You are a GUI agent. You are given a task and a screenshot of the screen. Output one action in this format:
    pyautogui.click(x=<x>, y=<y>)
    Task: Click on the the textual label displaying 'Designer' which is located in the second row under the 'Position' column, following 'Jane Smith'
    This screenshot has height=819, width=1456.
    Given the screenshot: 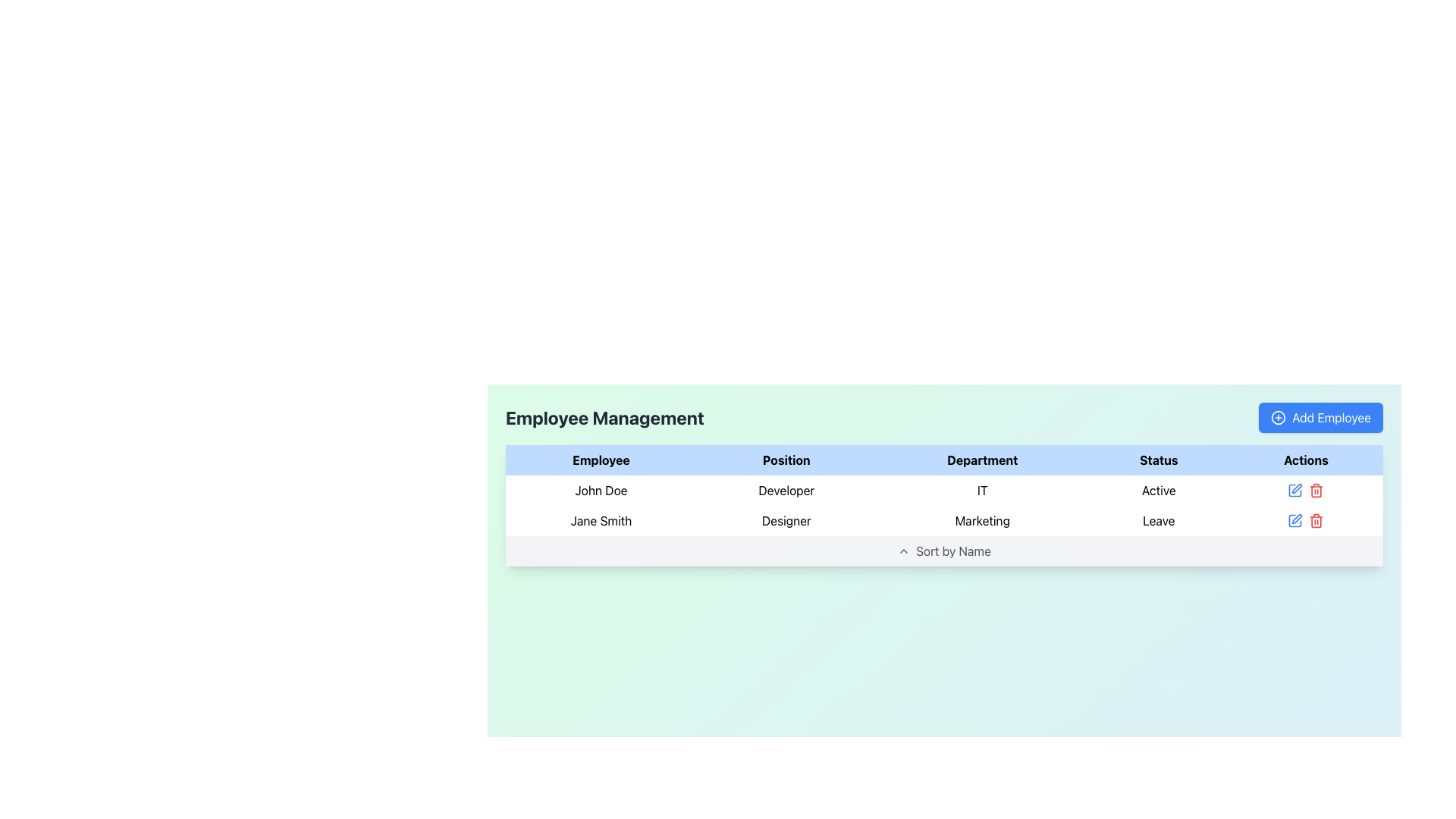 What is the action you would take?
    pyautogui.click(x=786, y=519)
    